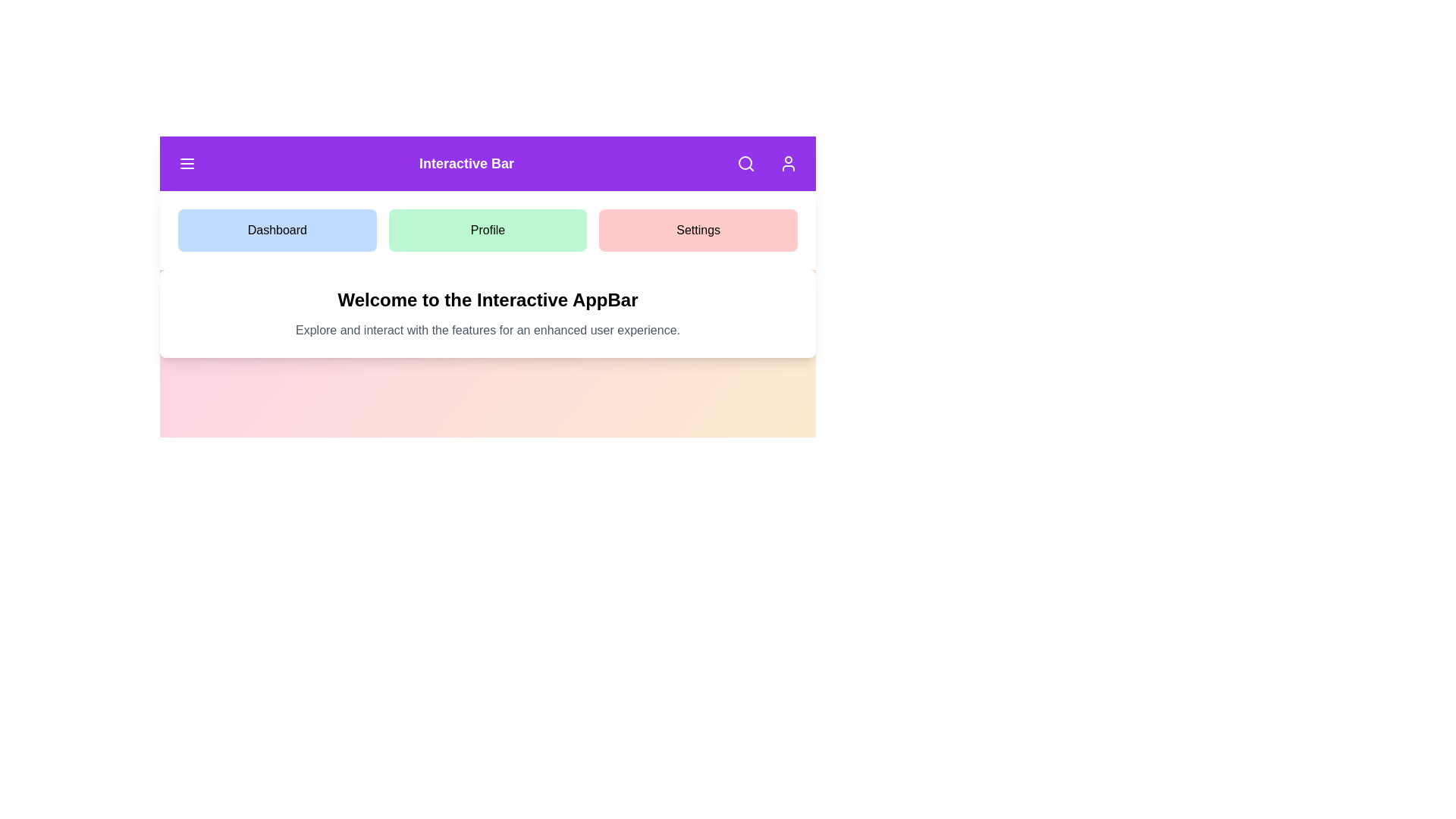 This screenshot has width=1456, height=819. What do you see at coordinates (488, 231) in the screenshot?
I see `the button labeled Profile to observe its hover effect` at bounding box center [488, 231].